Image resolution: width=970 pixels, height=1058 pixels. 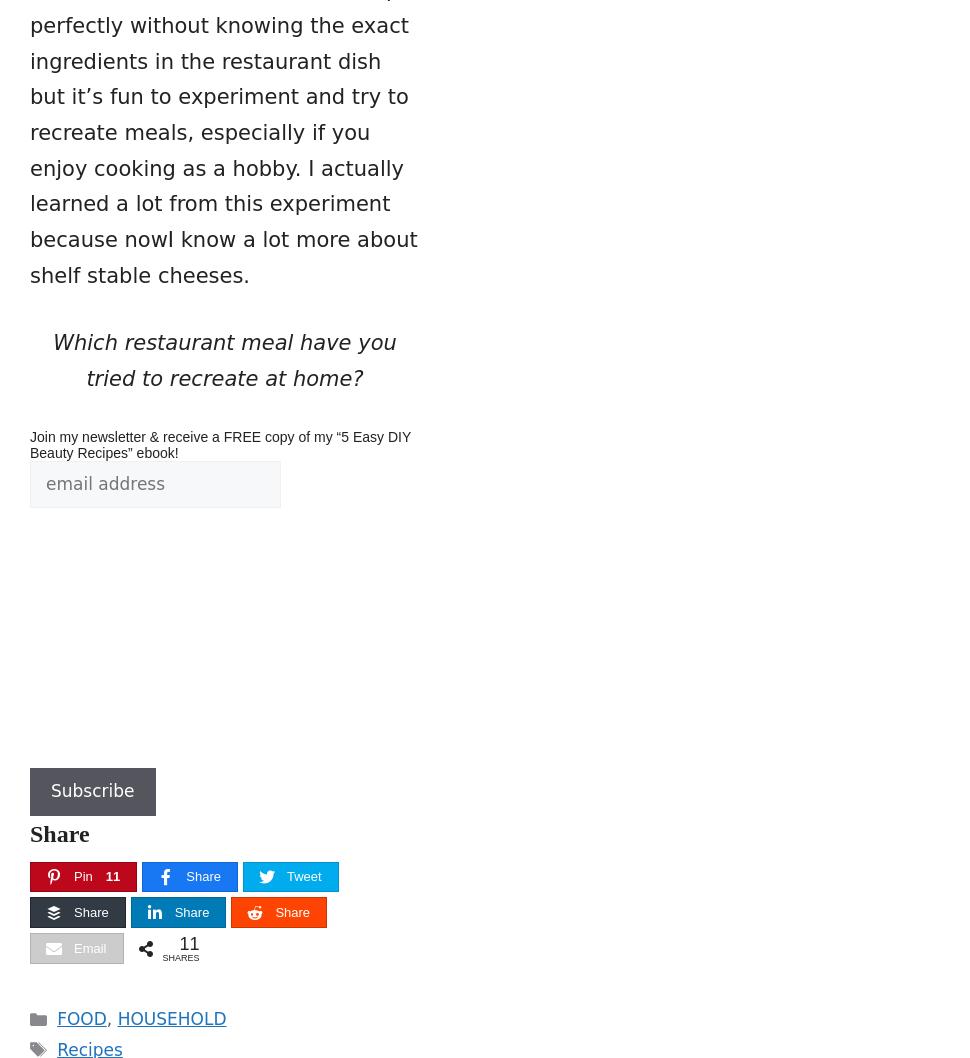 What do you see at coordinates (73, 948) in the screenshot?
I see `'Email'` at bounding box center [73, 948].